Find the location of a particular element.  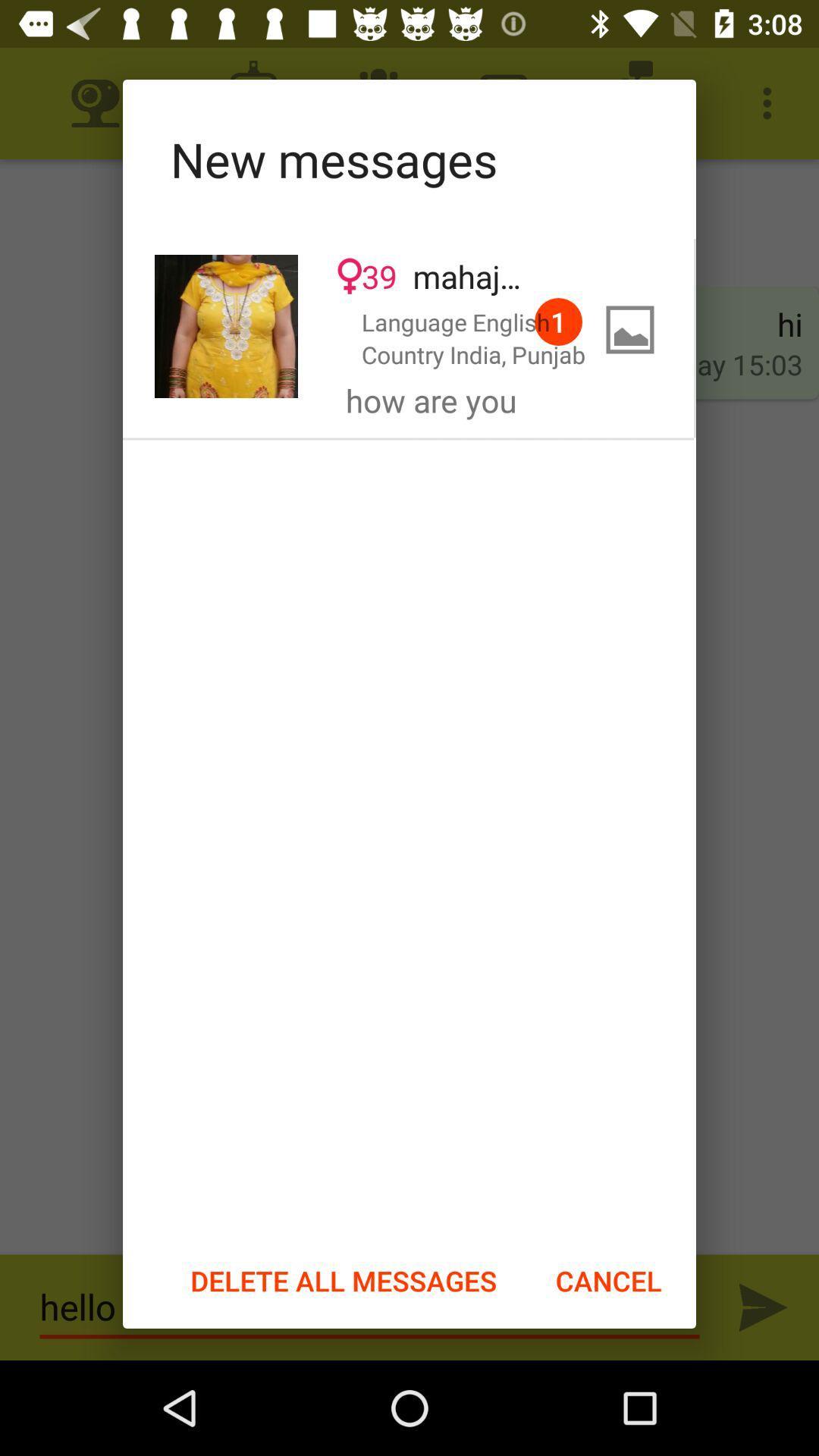

user 's profile is located at coordinates (226, 325).